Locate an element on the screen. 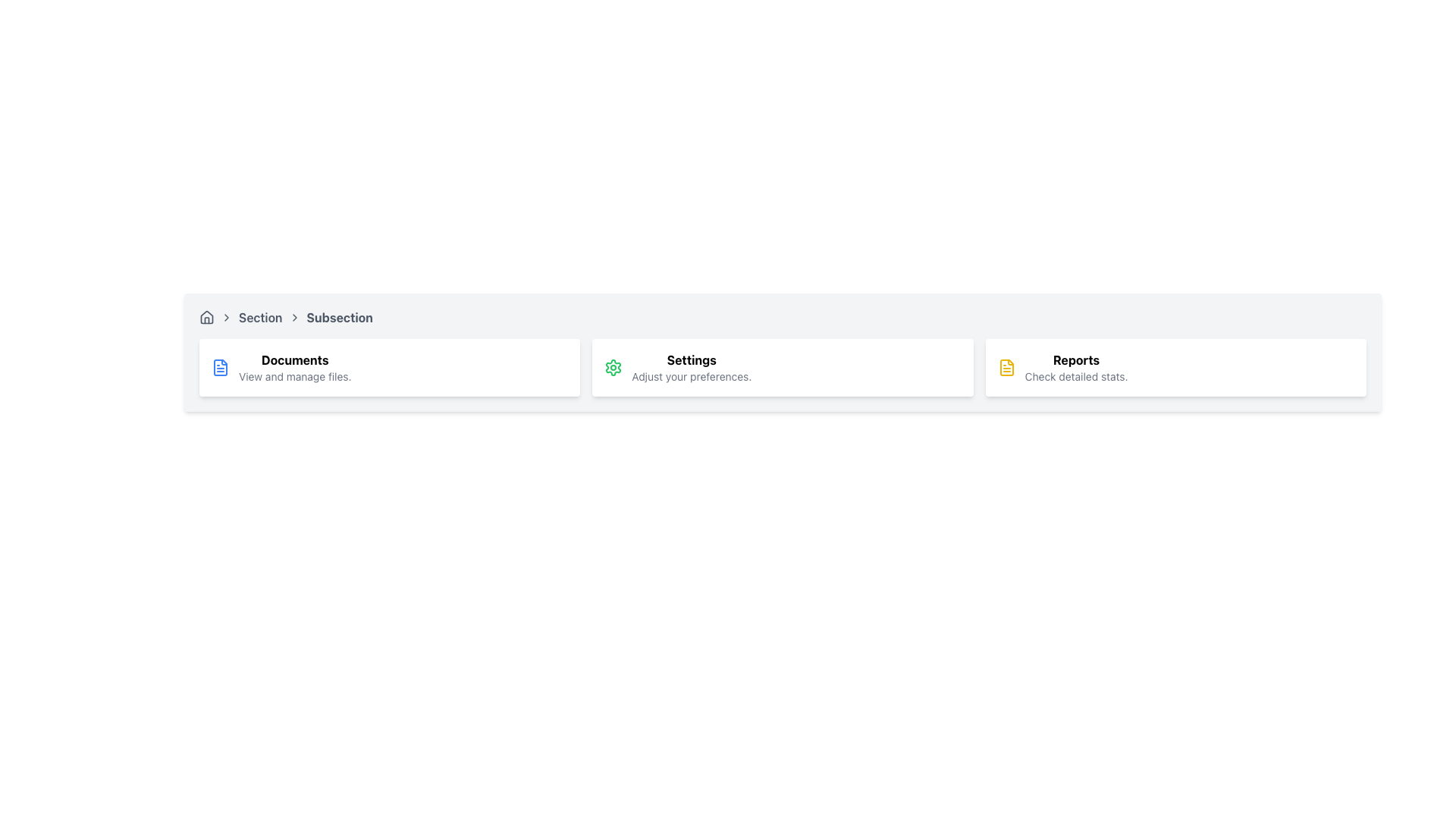 The width and height of the screenshot is (1456, 819). the 'Documents' shortcut card button, which is the first card in a horizontal grid layout of three cards, located at the top-left corner adjacent to 'Settings' and 'Reports' is located at coordinates (390, 368).